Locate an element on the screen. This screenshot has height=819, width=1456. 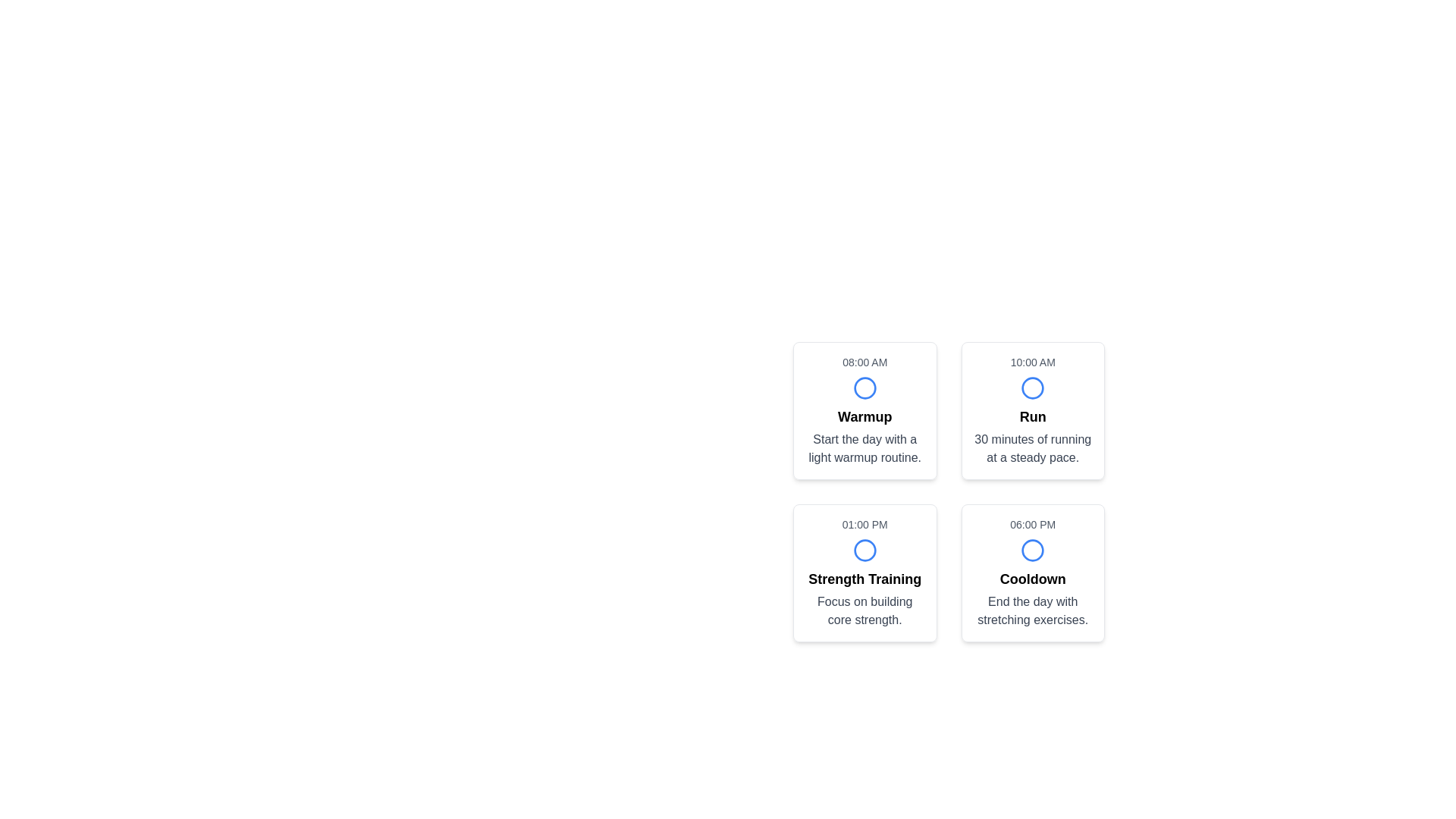
the text element that provides instructions for the 'Cooldown' session located in the bottom right of the 'Cooldown' card, beneath the title and time is located at coordinates (1032, 610).